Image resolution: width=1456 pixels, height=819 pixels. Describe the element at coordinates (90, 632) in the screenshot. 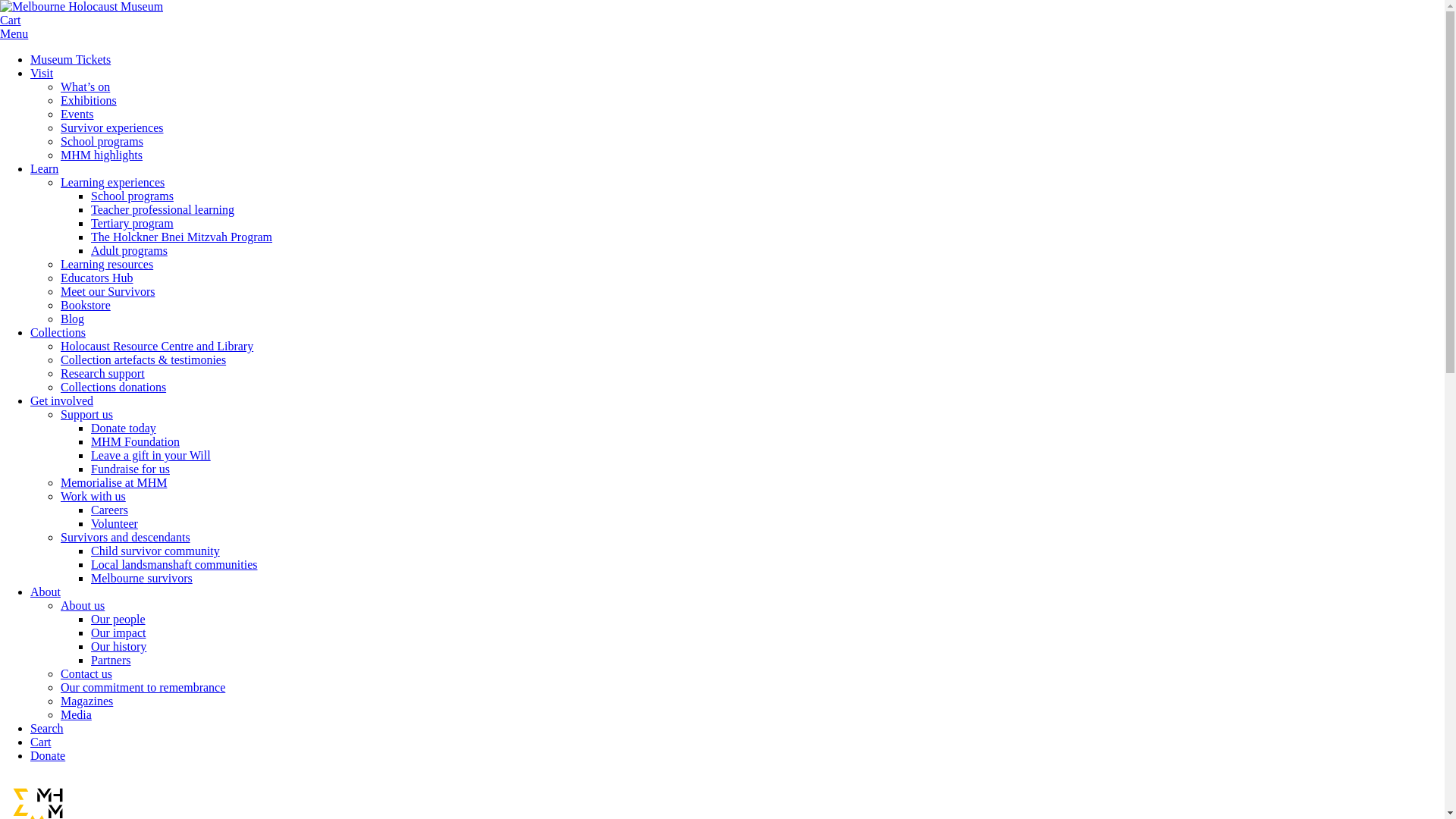

I see `'Our impact'` at that location.